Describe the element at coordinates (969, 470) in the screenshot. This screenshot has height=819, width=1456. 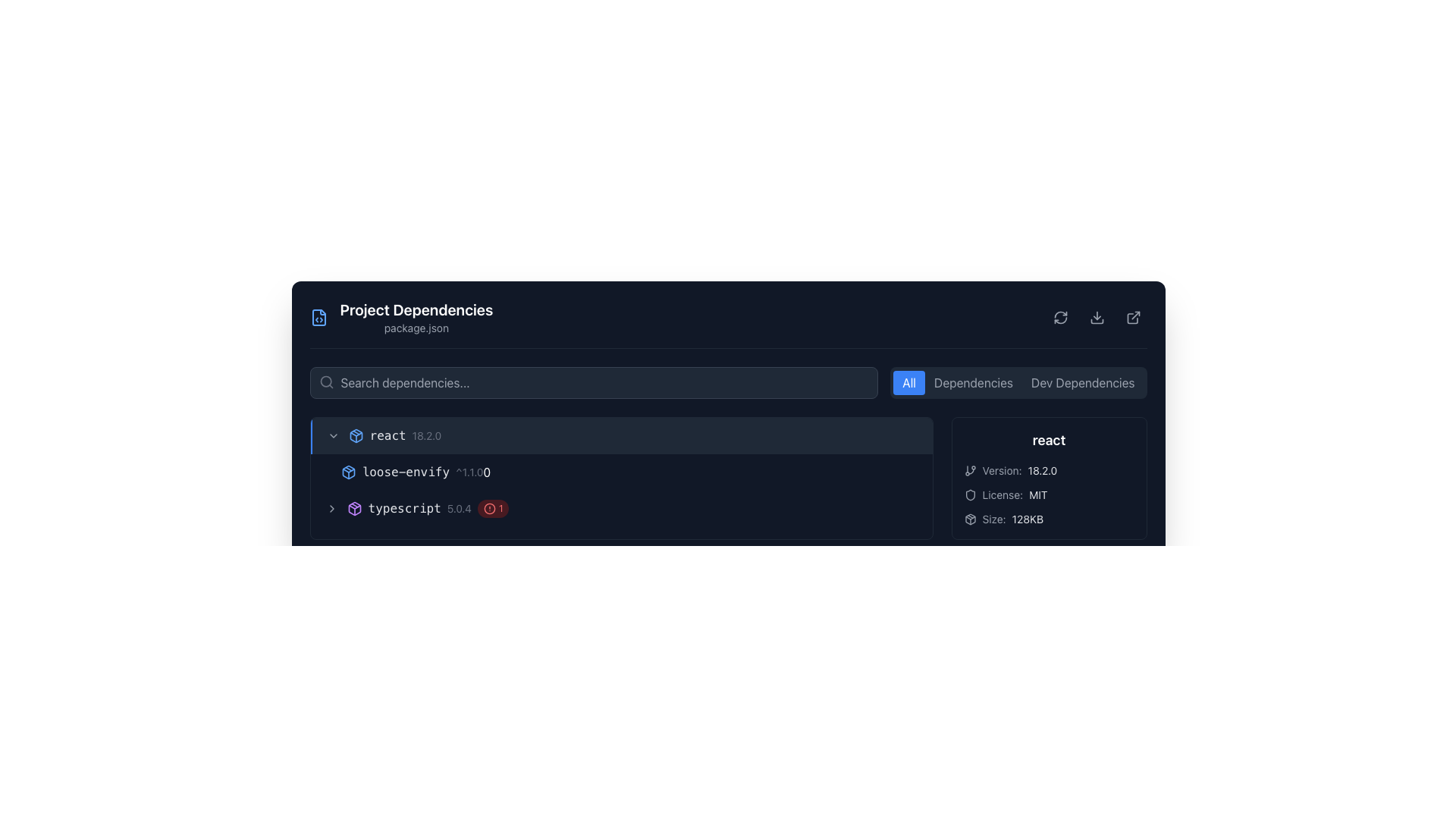
I see `the branching diagram icon located to the left of the text 'Version: 18.2.0'` at that location.